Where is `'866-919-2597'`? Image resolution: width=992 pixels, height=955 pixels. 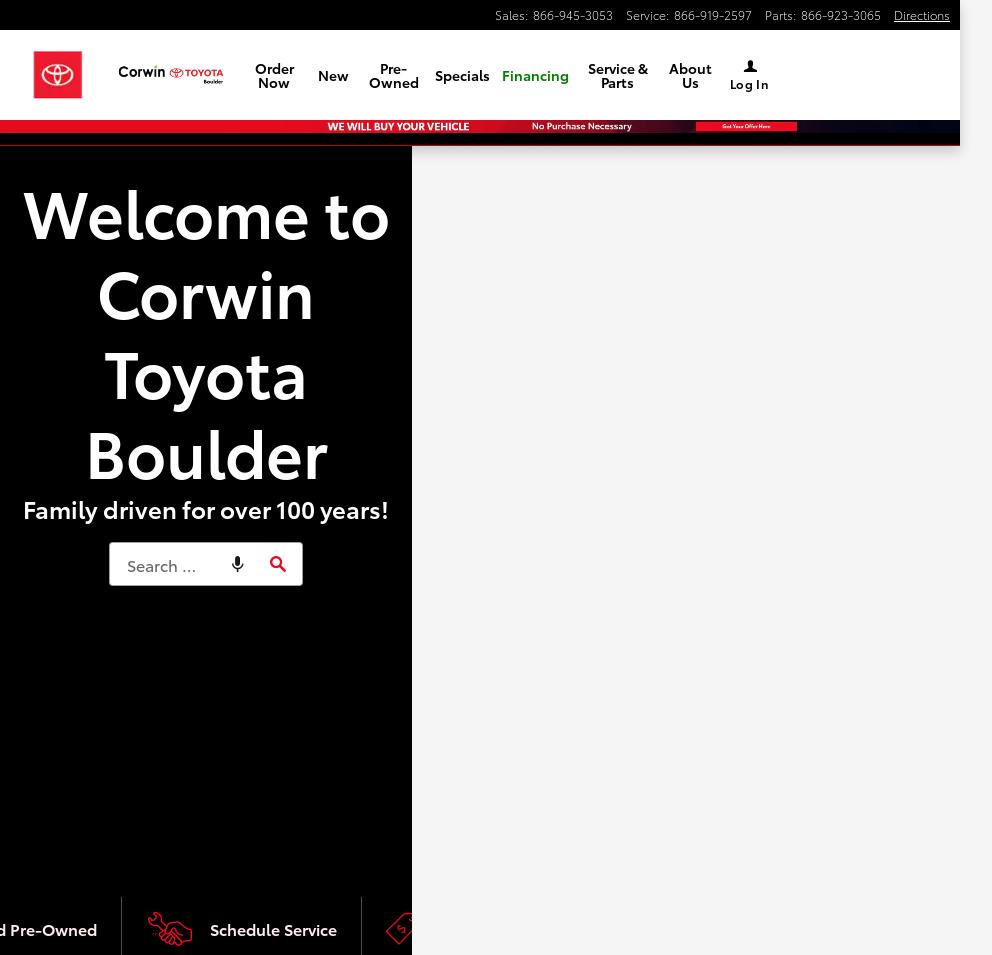 '866-919-2597' is located at coordinates (713, 13).